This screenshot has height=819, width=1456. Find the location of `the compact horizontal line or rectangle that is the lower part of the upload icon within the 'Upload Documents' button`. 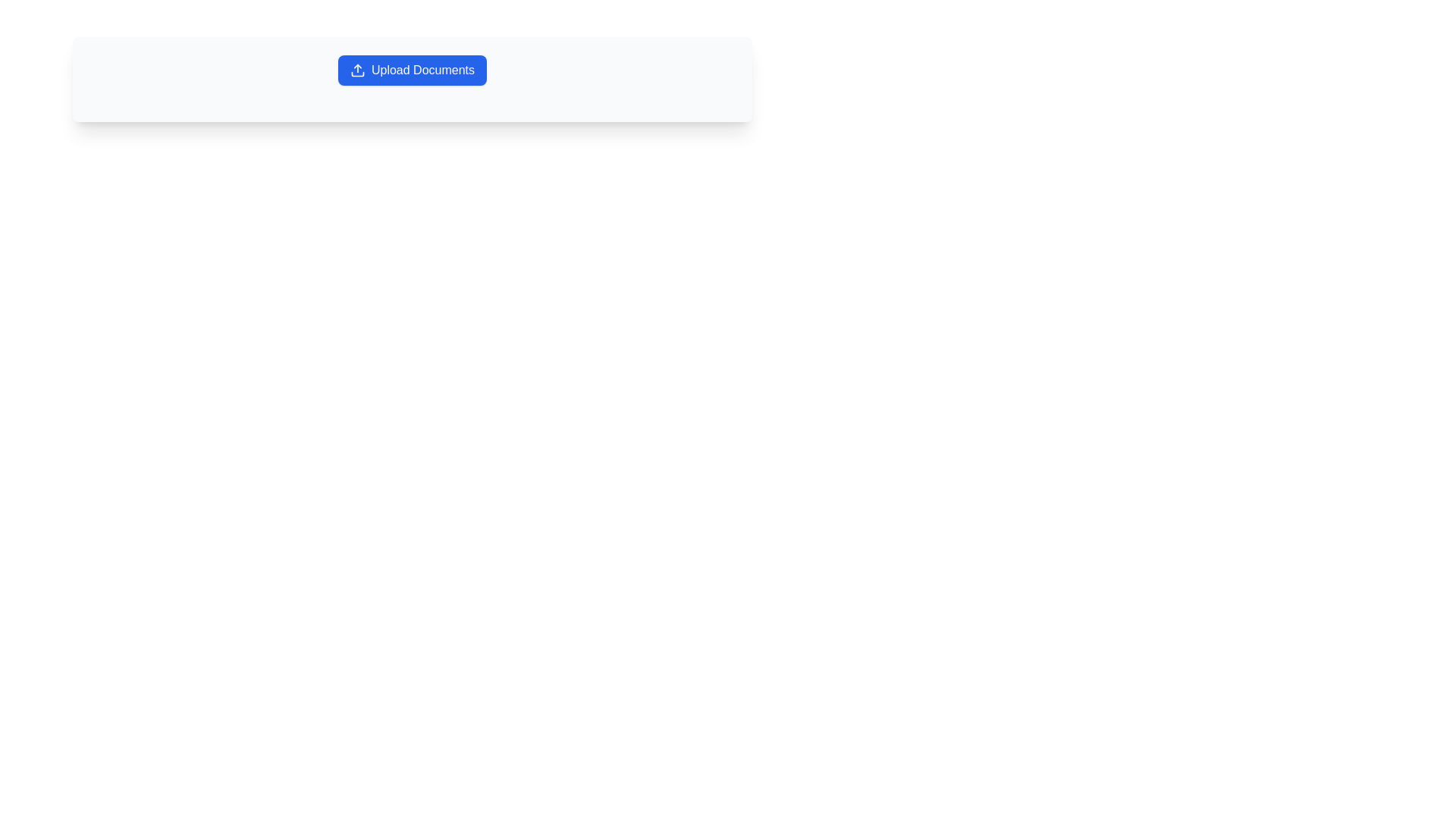

the compact horizontal line or rectangle that is the lower part of the upload icon within the 'Upload Documents' button is located at coordinates (356, 74).